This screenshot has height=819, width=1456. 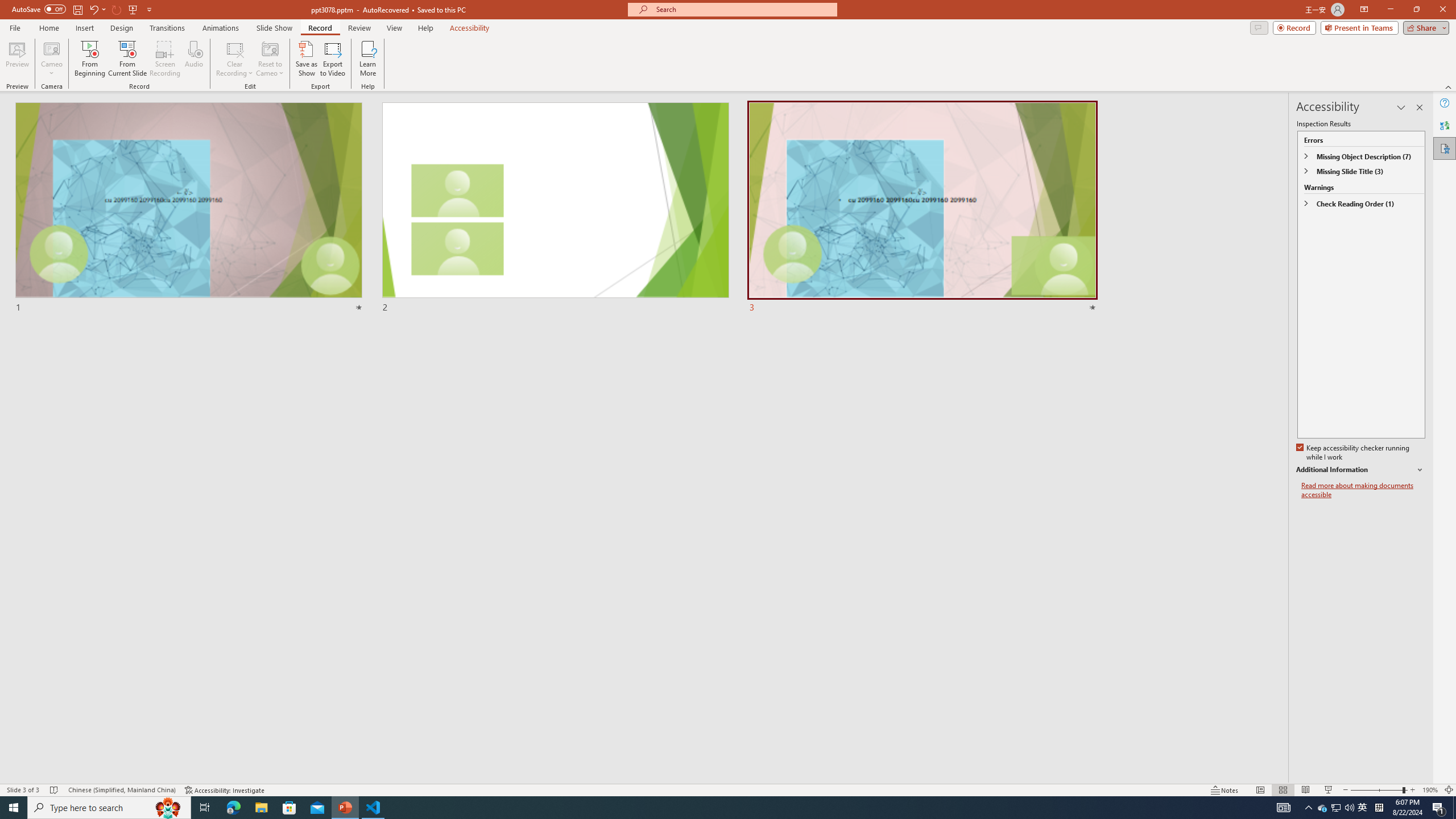 What do you see at coordinates (234, 59) in the screenshot?
I see `'Clear Recording'` at bounding box center [234, 59].